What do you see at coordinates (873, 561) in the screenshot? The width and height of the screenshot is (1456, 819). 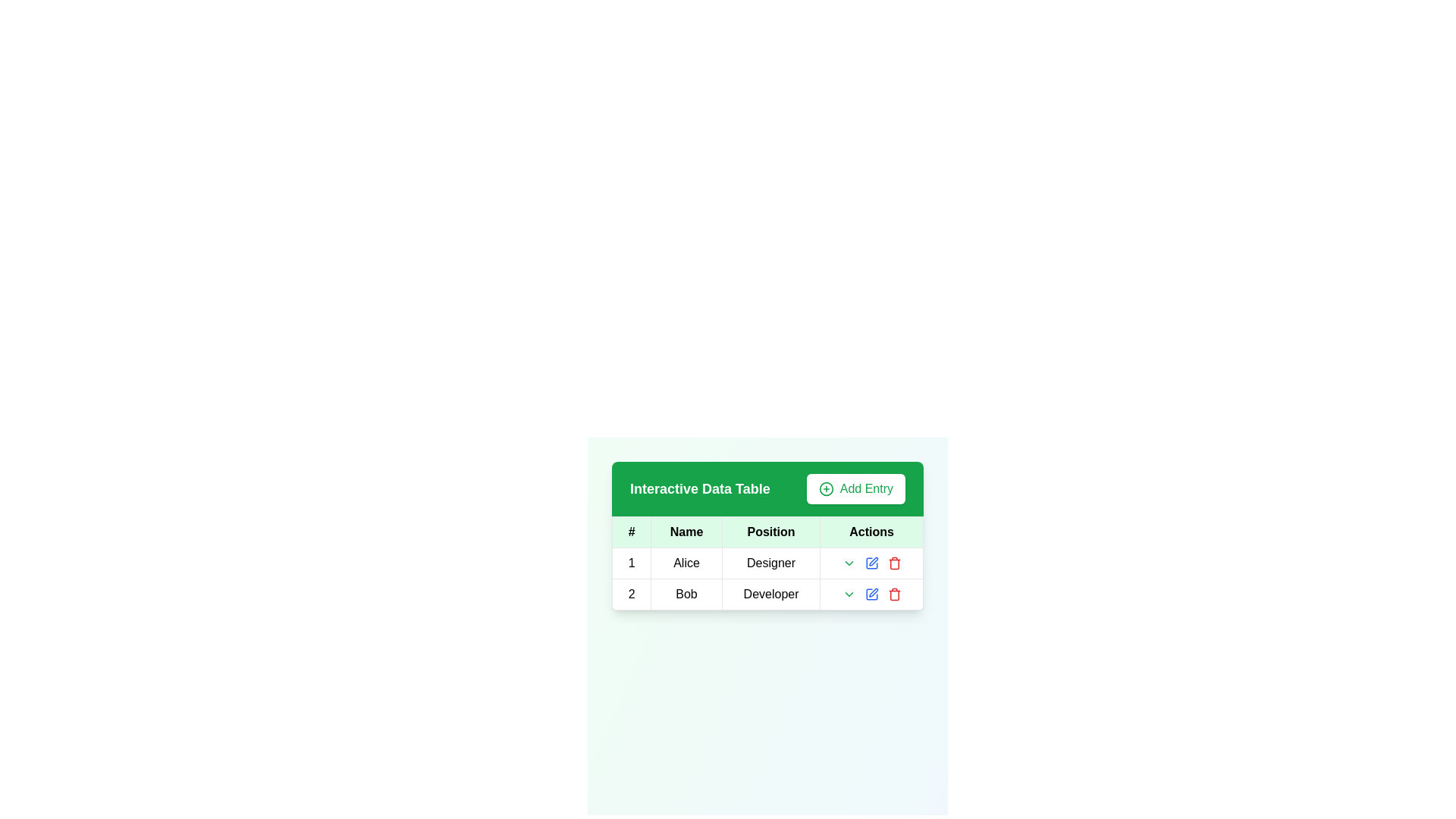 I see `the edit icon button located in the actions column for the 'Bob' data row to modify the details` at bounding box center [873, 561].